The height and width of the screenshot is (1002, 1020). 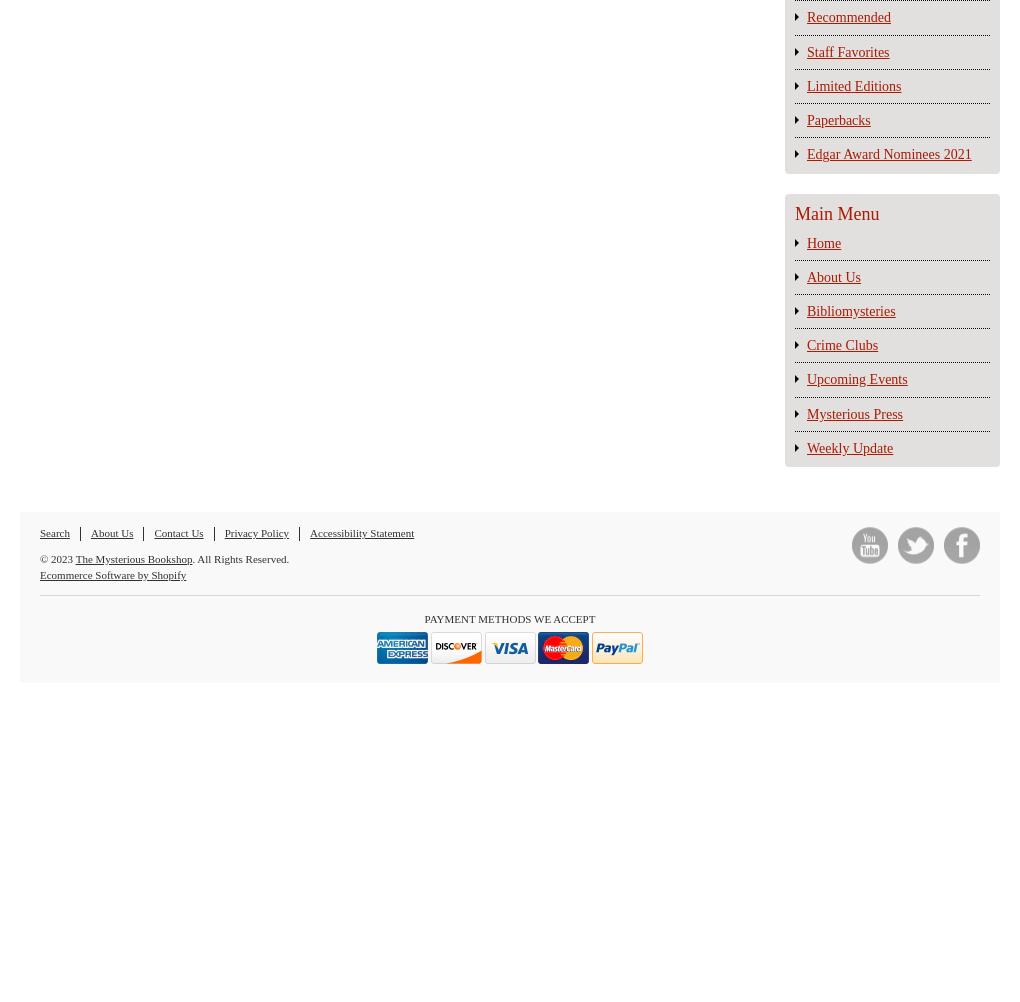 I want to click on 'Recommended', so click(x=848, y=17).